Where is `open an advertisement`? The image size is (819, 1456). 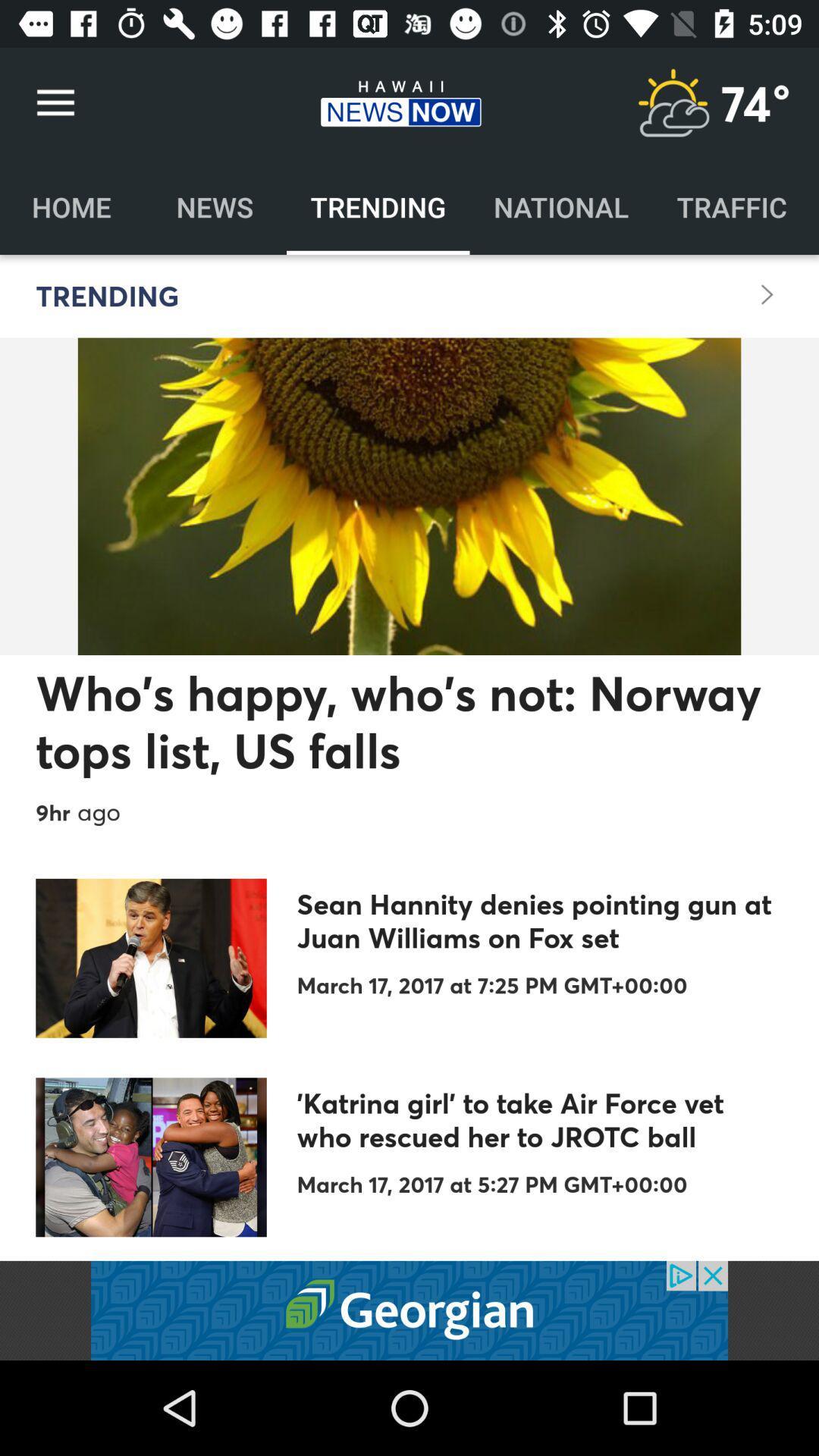 open an advertisement is located at coordinates (409, 1310).